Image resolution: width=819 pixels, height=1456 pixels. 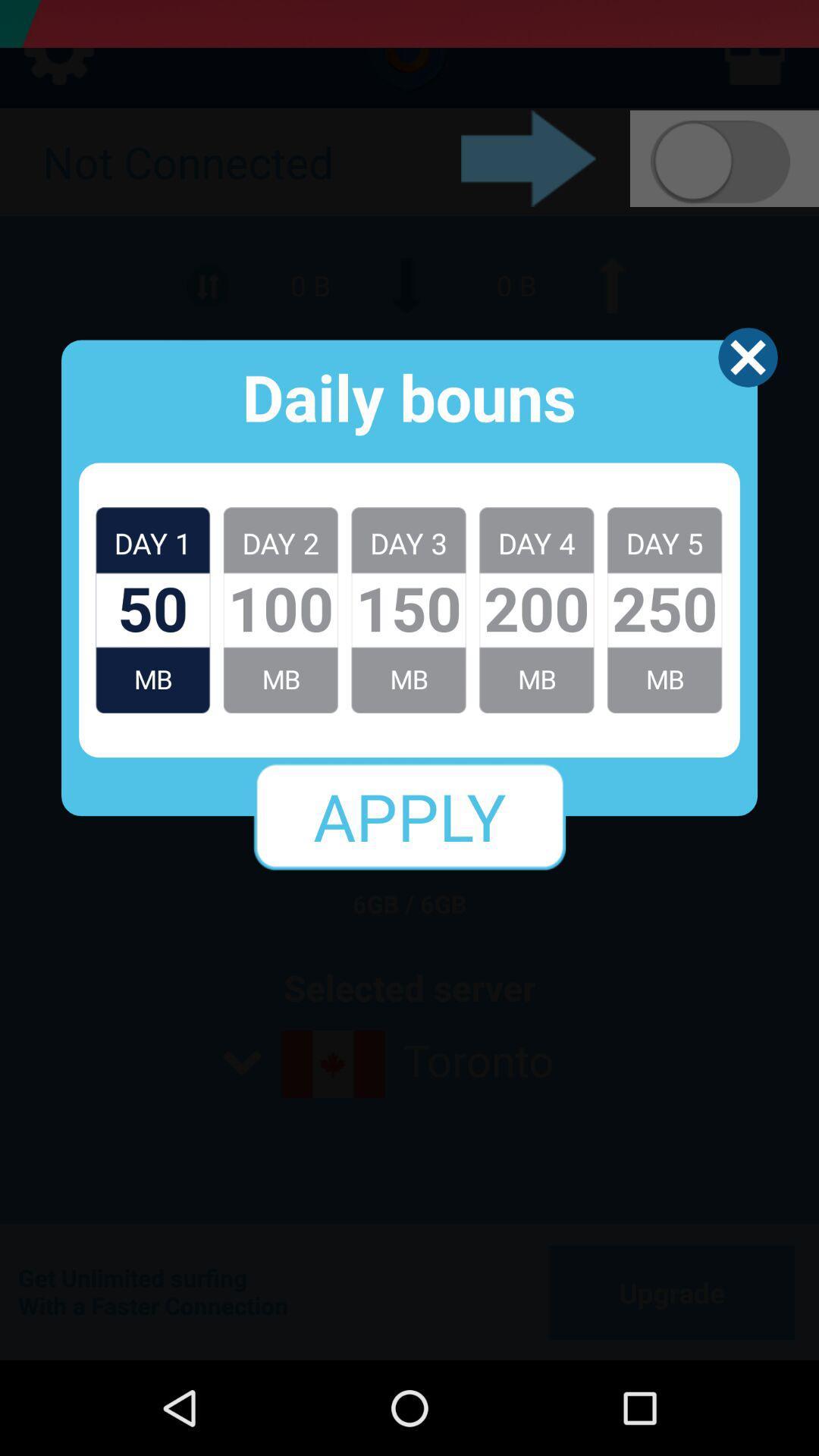 I want to click on the close icon, so click(x=747, y=382).